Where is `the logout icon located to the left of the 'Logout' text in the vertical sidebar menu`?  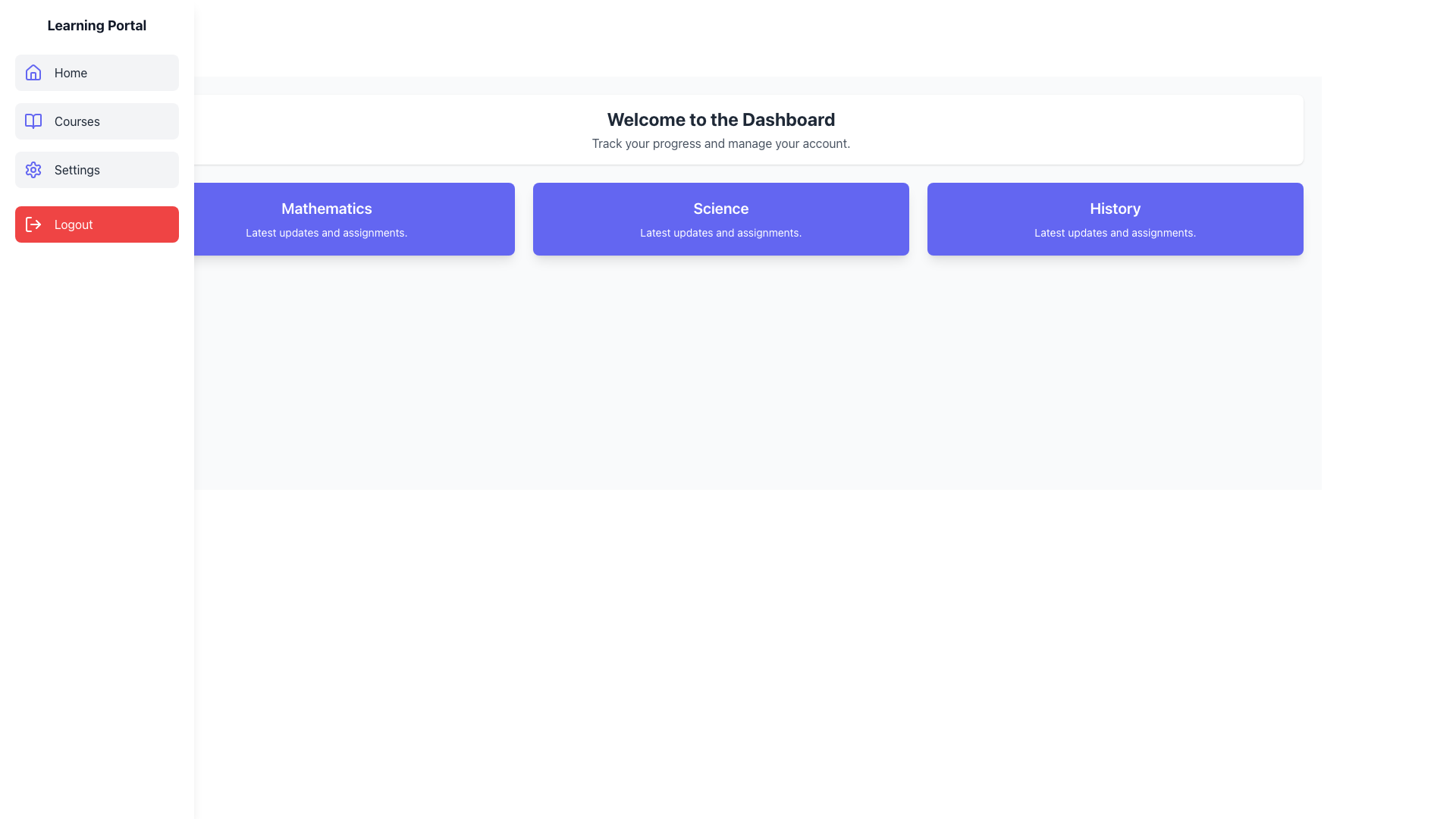
the logout icon located to the left of the 'Logout' text in the vertical sidebar menu is located at coordinates (33, 224).